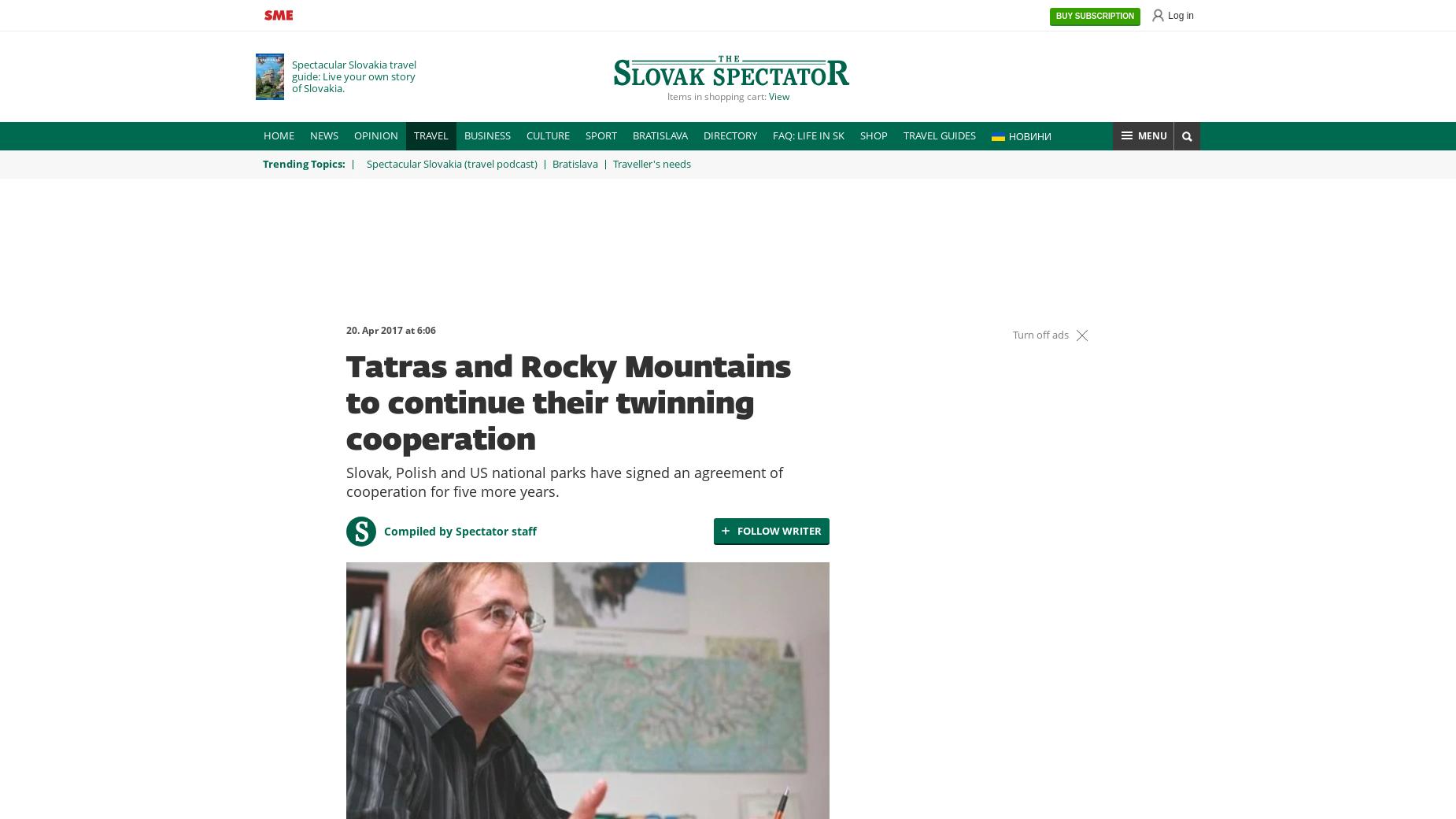 This screenshot has height=819, width=1456. Describe the element at coordinates (717, 94) in the screenshot. I see `'Items in shopping cart:'` at that location.